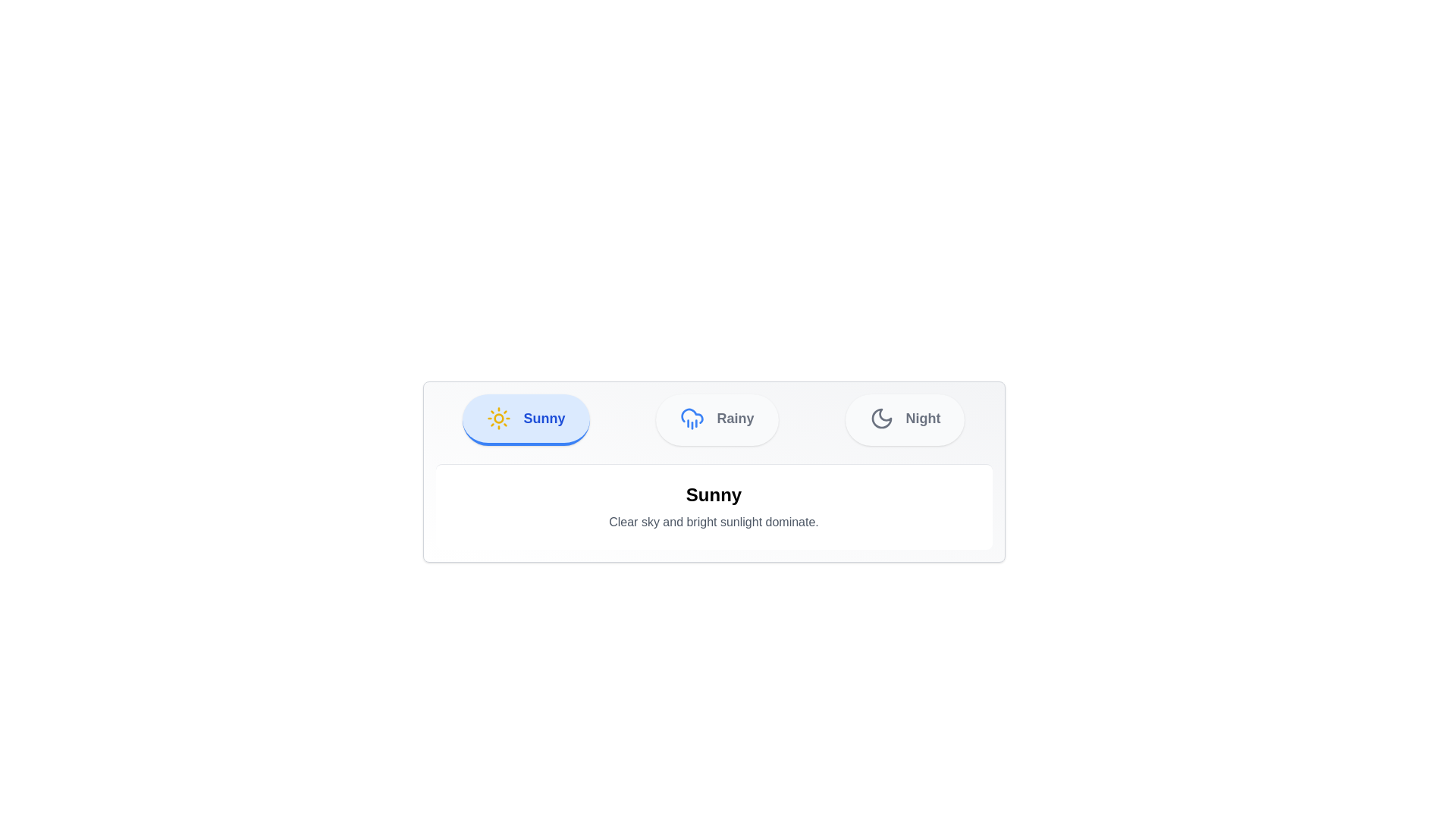  Describe the element at coordinates (526, 420) in the screenshot. I see `the Sunny tab to switch the view` at that location.